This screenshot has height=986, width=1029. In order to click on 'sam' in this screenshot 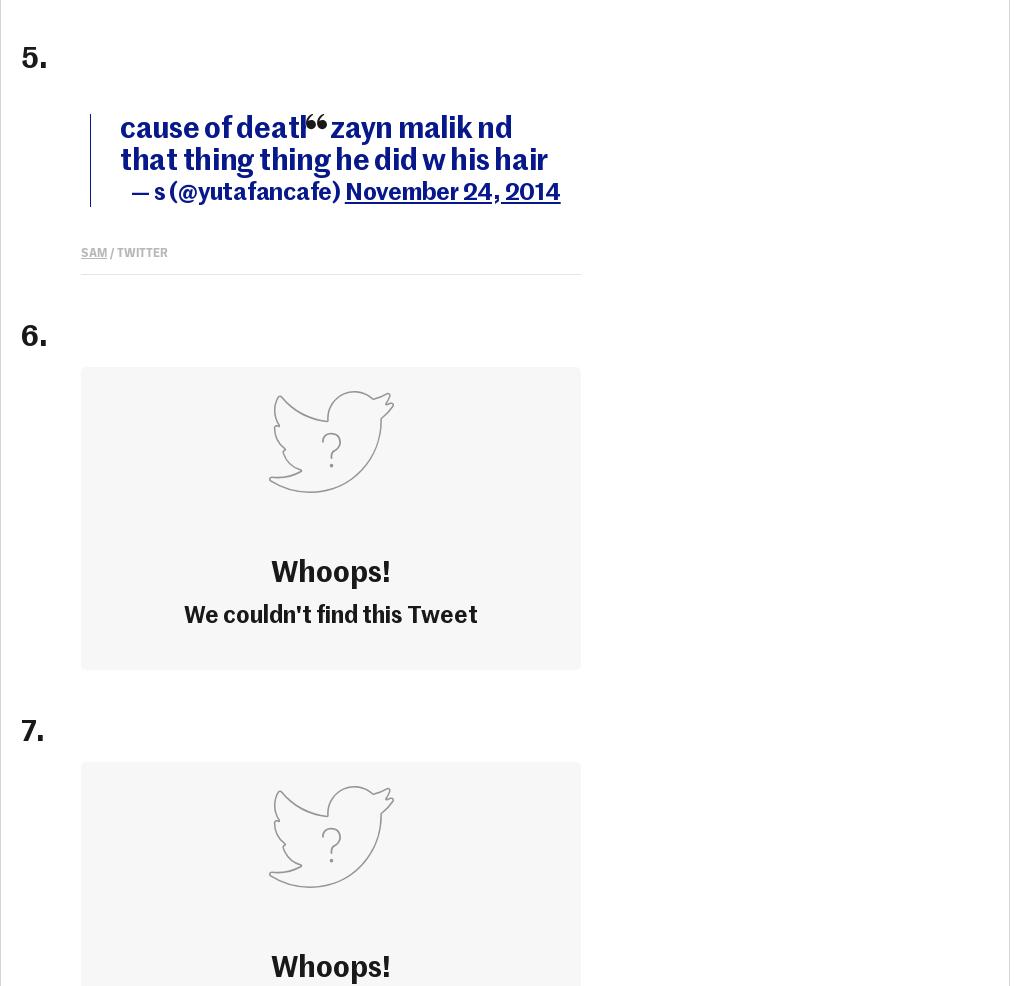, I will do `click(93, 252)`.